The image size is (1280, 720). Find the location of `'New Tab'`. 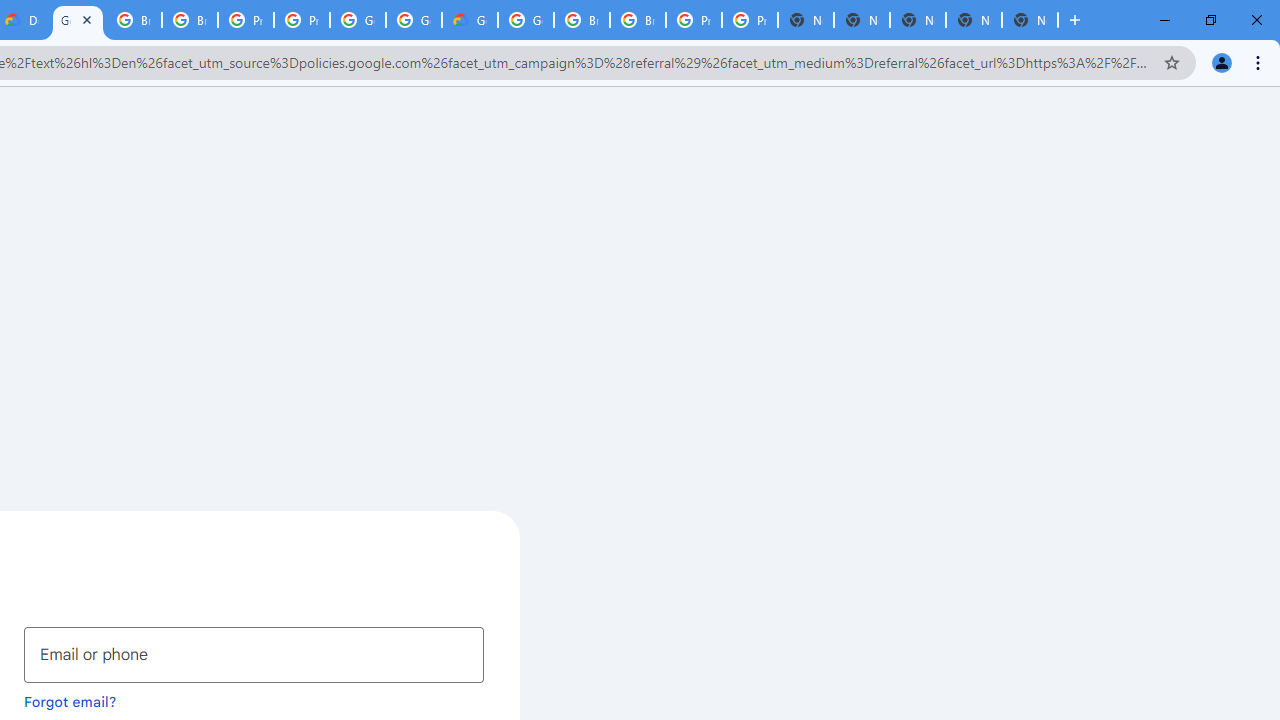

'New Tab' is located at coordinates (1030, 20).